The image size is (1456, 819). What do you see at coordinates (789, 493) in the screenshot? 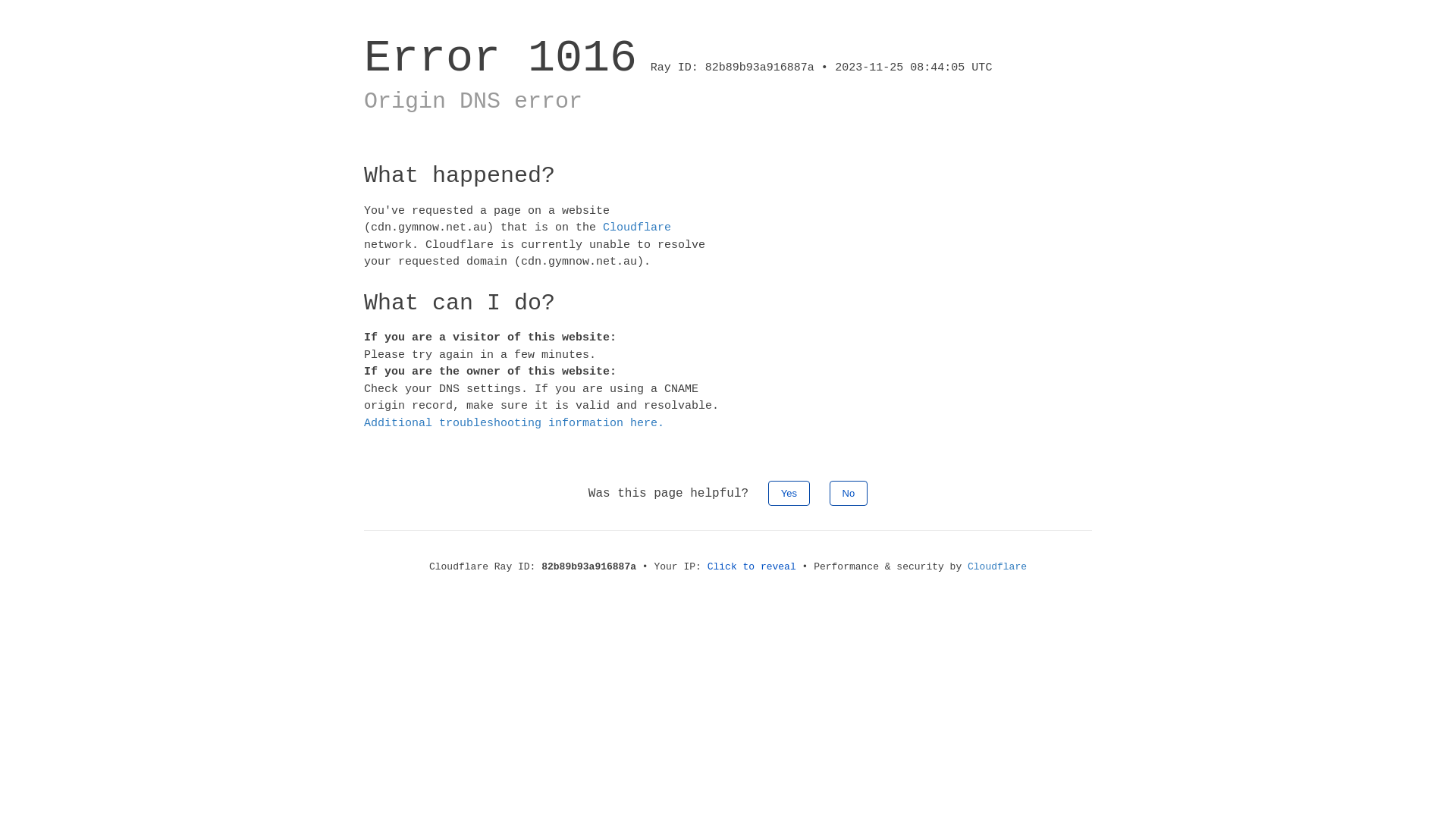
I see `'Yes'` at bounding box center [789, 493].